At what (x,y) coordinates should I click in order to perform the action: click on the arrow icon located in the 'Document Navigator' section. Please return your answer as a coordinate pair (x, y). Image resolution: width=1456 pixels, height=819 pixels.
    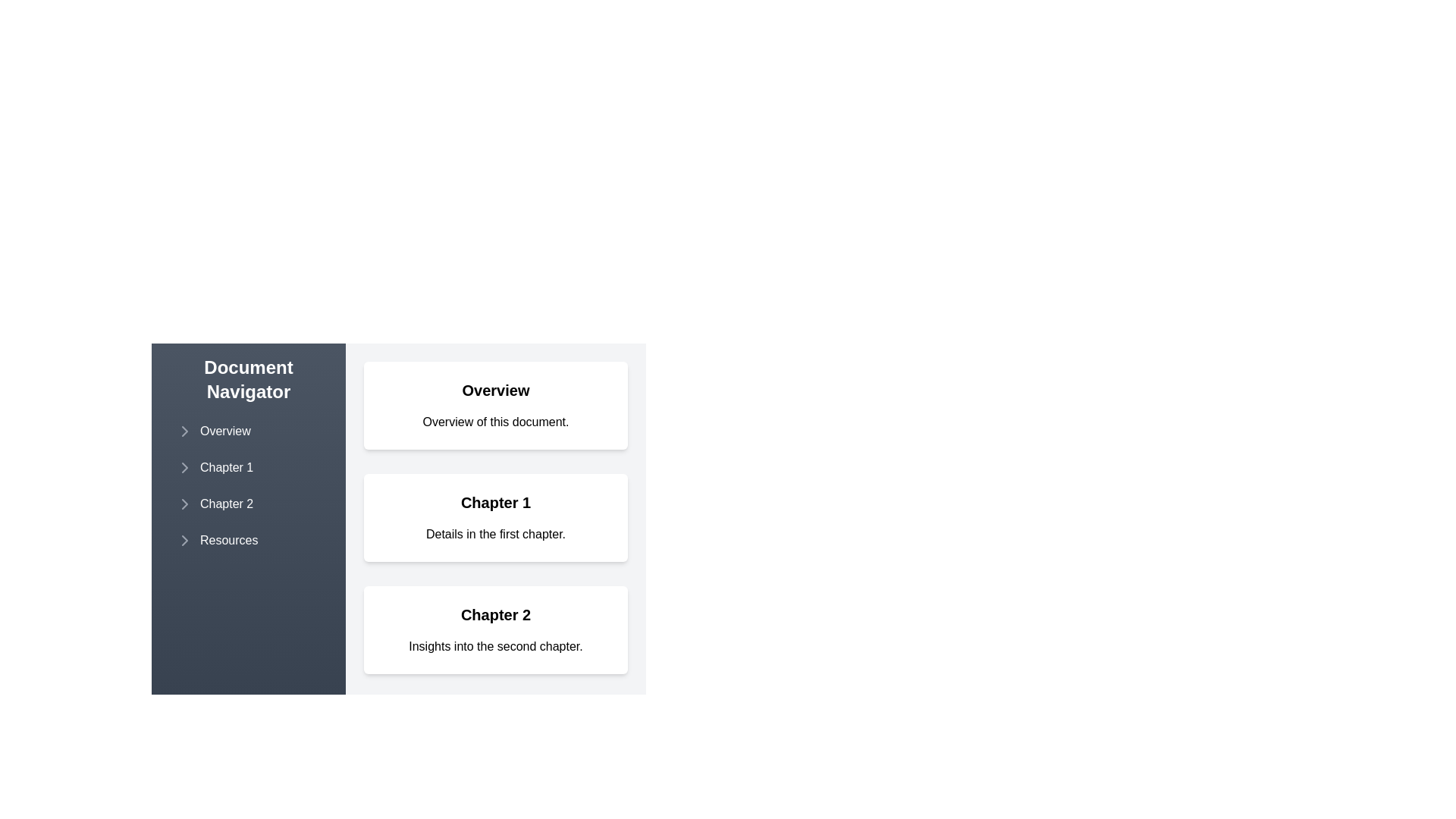
    Looking at the image, I should click on (184, 467).